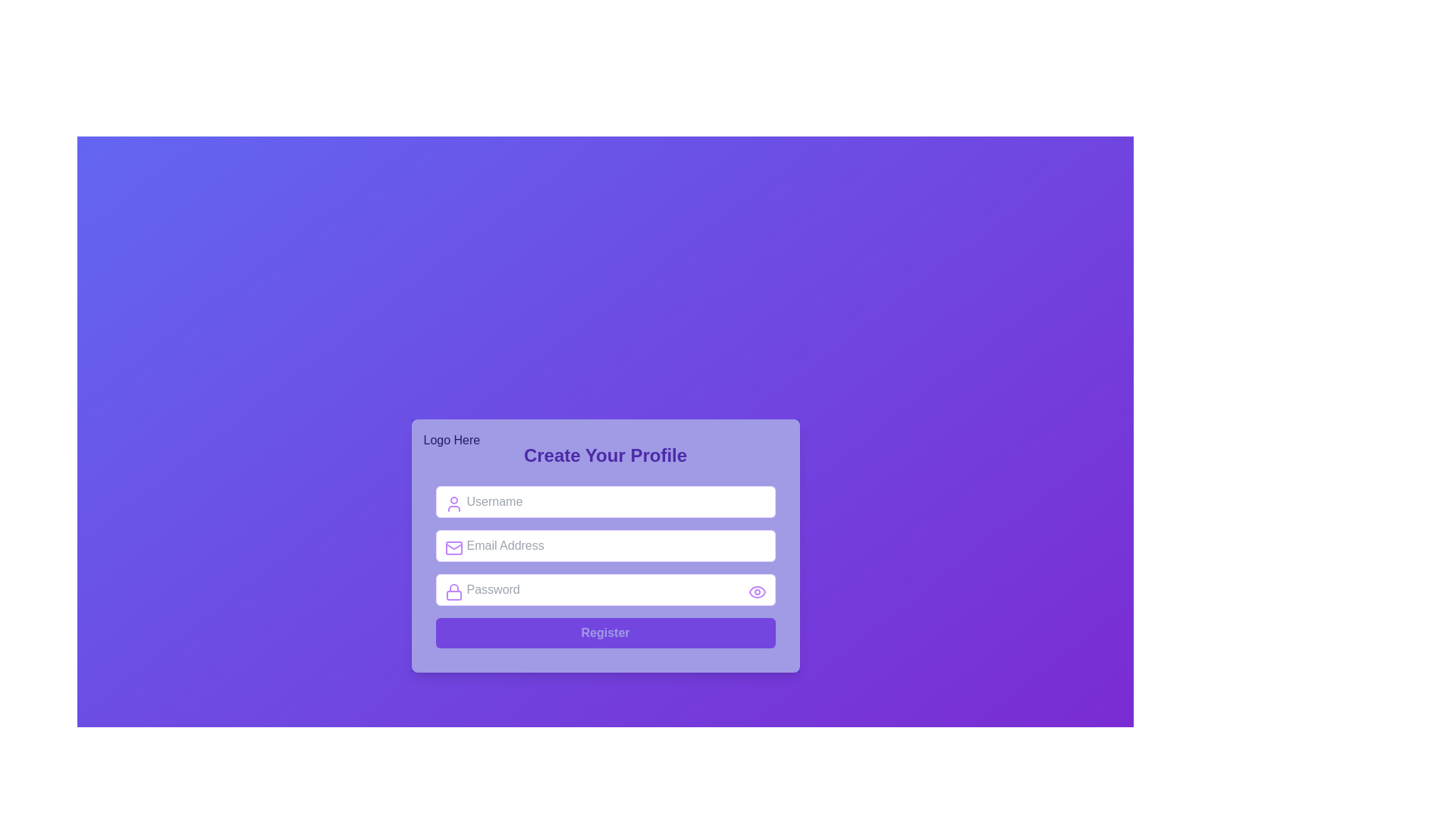 This screenshot has height=819, width=1456. I want to click on the password visibility toggle button located at the right edge of the password input field, so click(757, 591).